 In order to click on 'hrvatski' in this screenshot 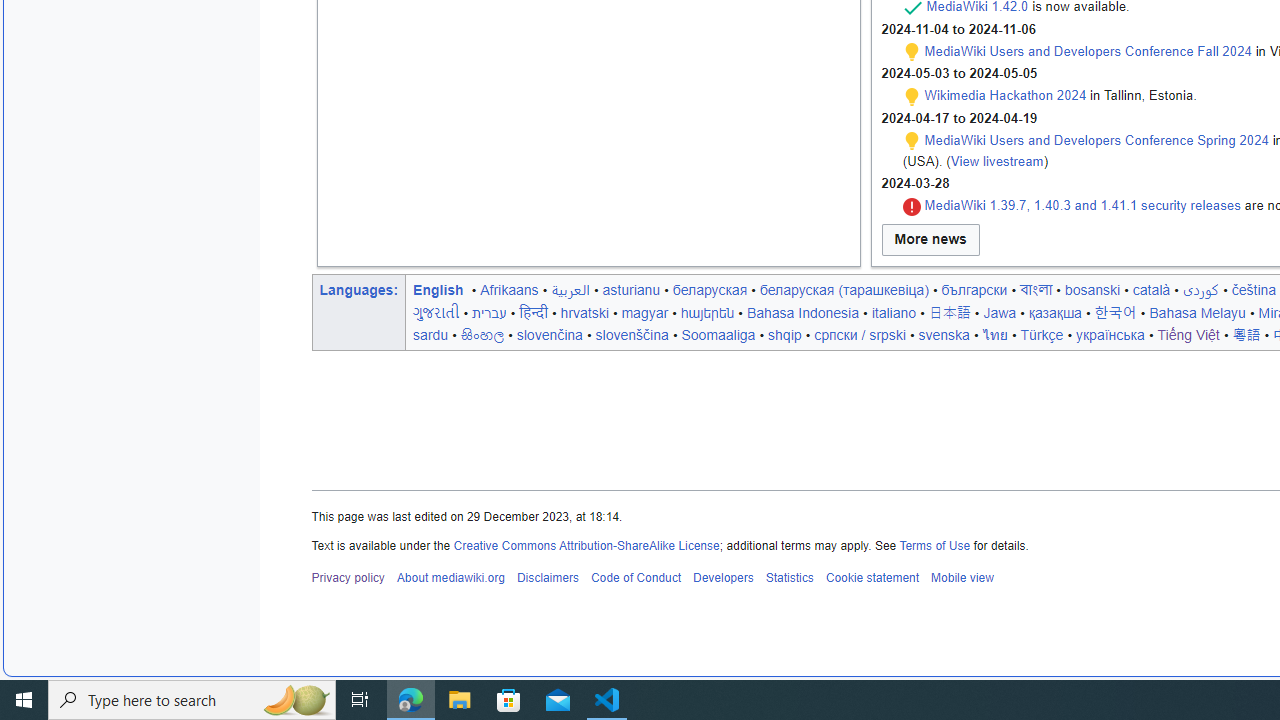, I will do `click(583, 312)`.